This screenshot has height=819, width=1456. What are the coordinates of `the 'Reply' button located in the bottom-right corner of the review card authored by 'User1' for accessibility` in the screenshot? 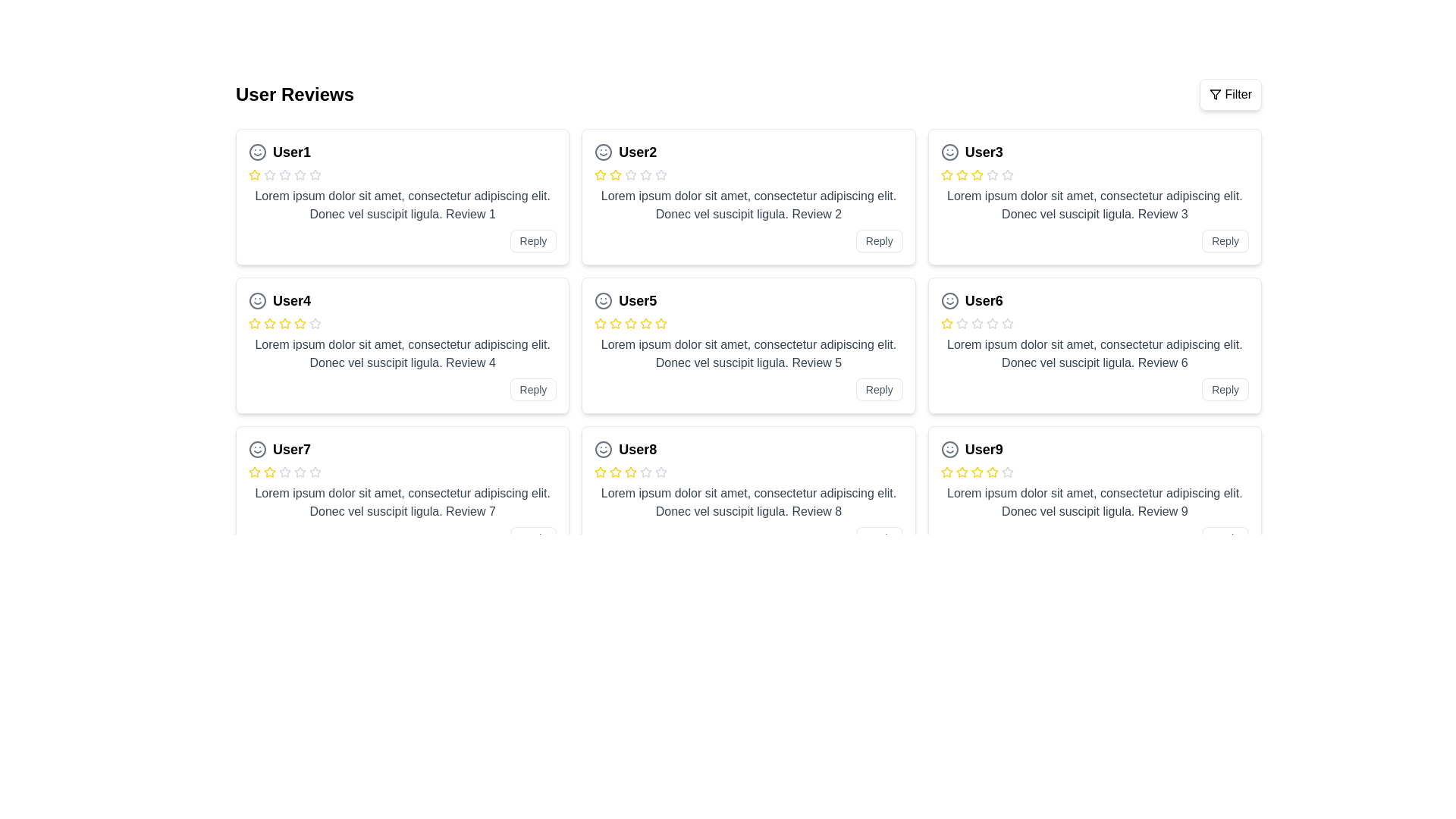 It's located at (533, 240).